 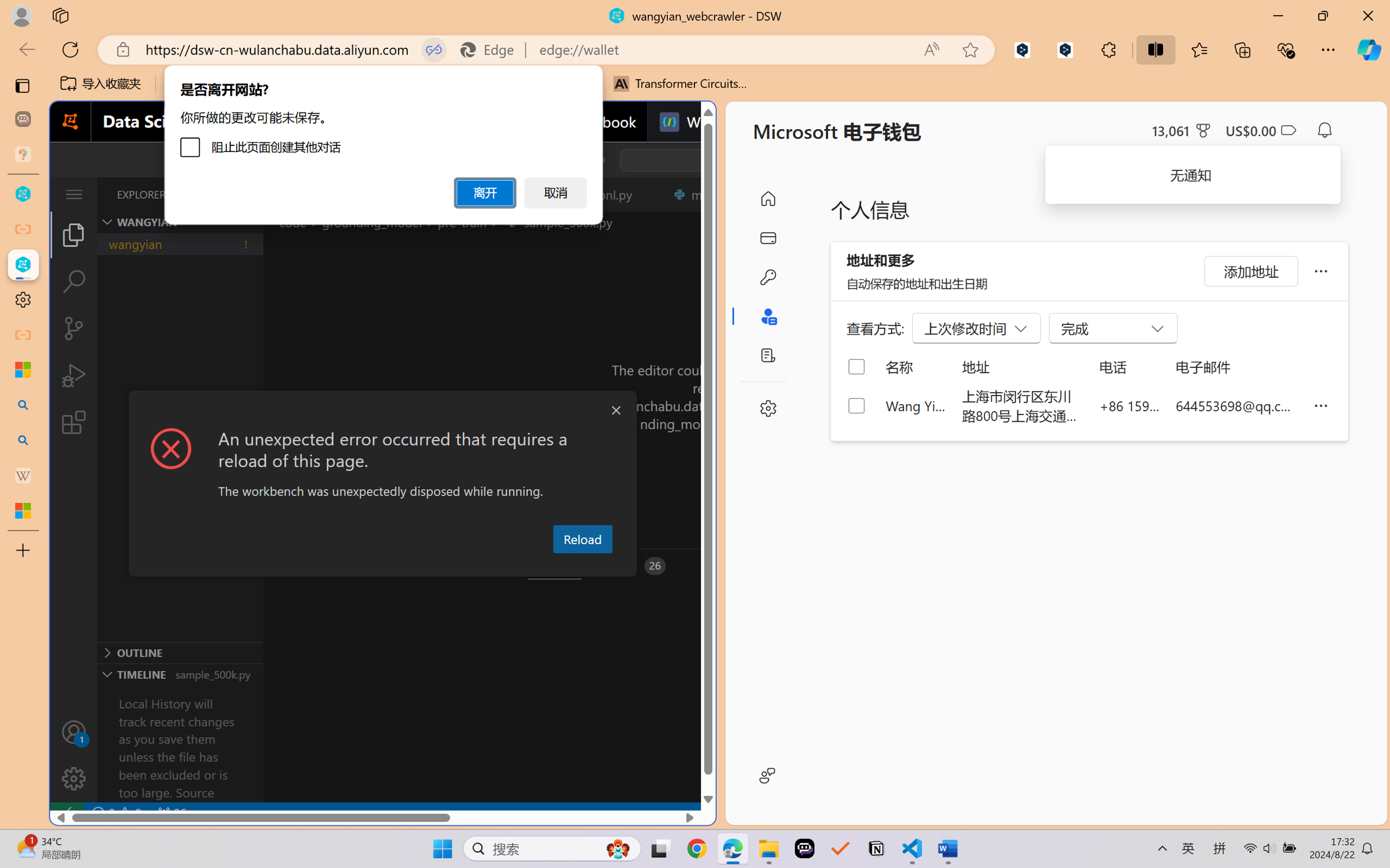 What do you see at coordinates (464, 566) in the screenshot?
I see `'Debug Console (Ctrl+Shift+Y)'` at bounding box center [464, 566].